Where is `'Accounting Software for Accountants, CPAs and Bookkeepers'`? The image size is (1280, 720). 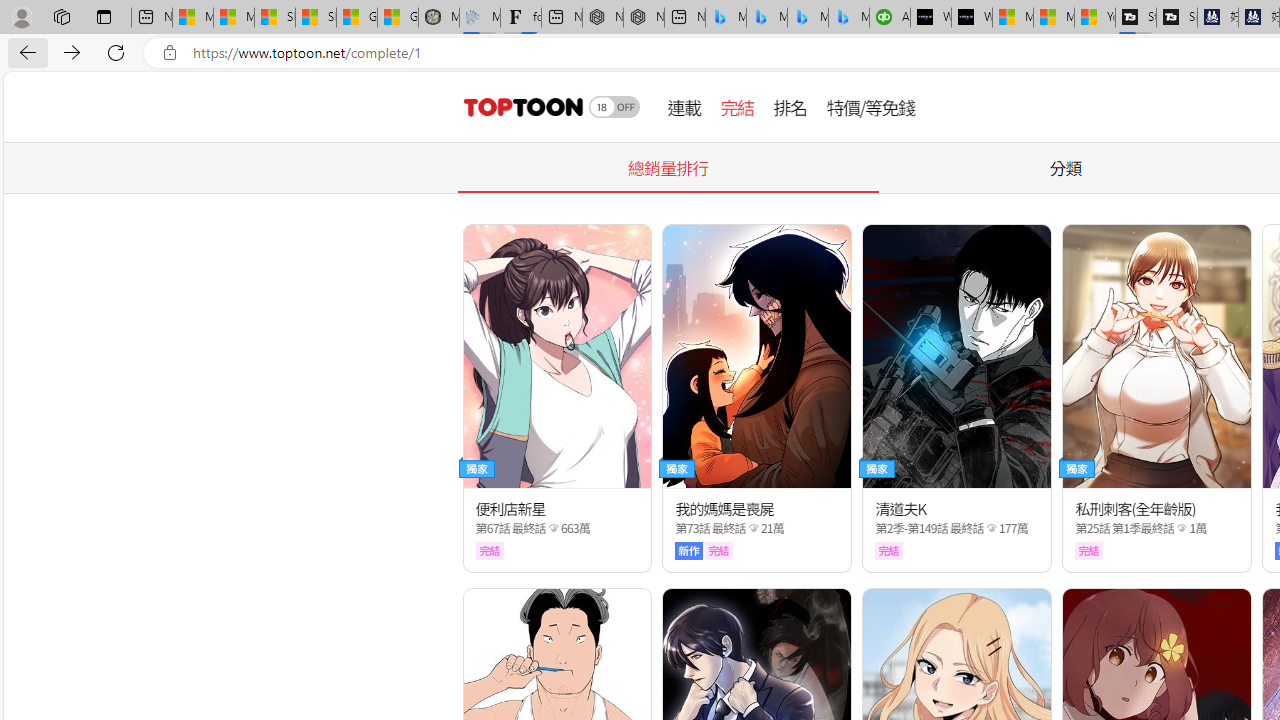
'Accounting Software for Accountants, CPAs and Bookkeepers' is located at coordinates (889, 17).